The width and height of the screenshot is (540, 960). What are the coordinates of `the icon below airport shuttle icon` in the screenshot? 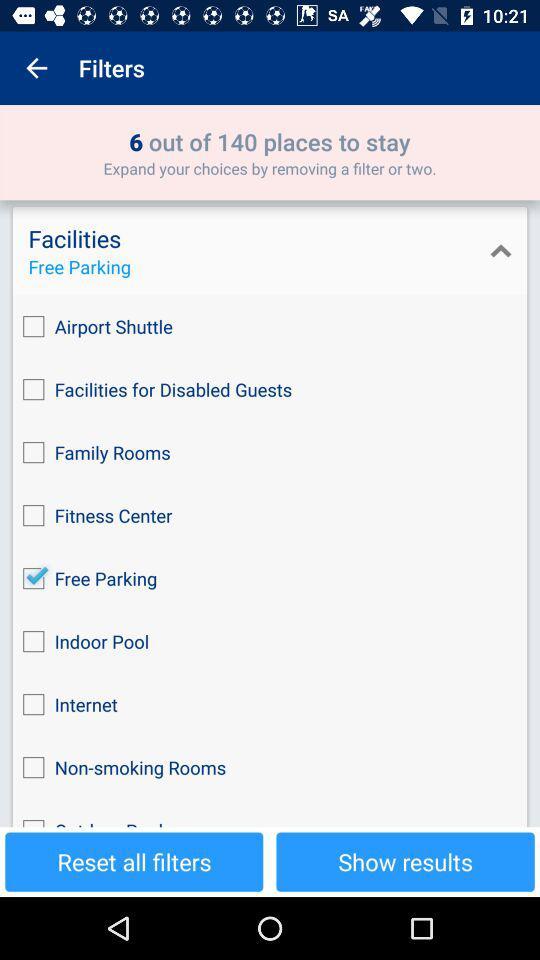 It's located at (270, 388).